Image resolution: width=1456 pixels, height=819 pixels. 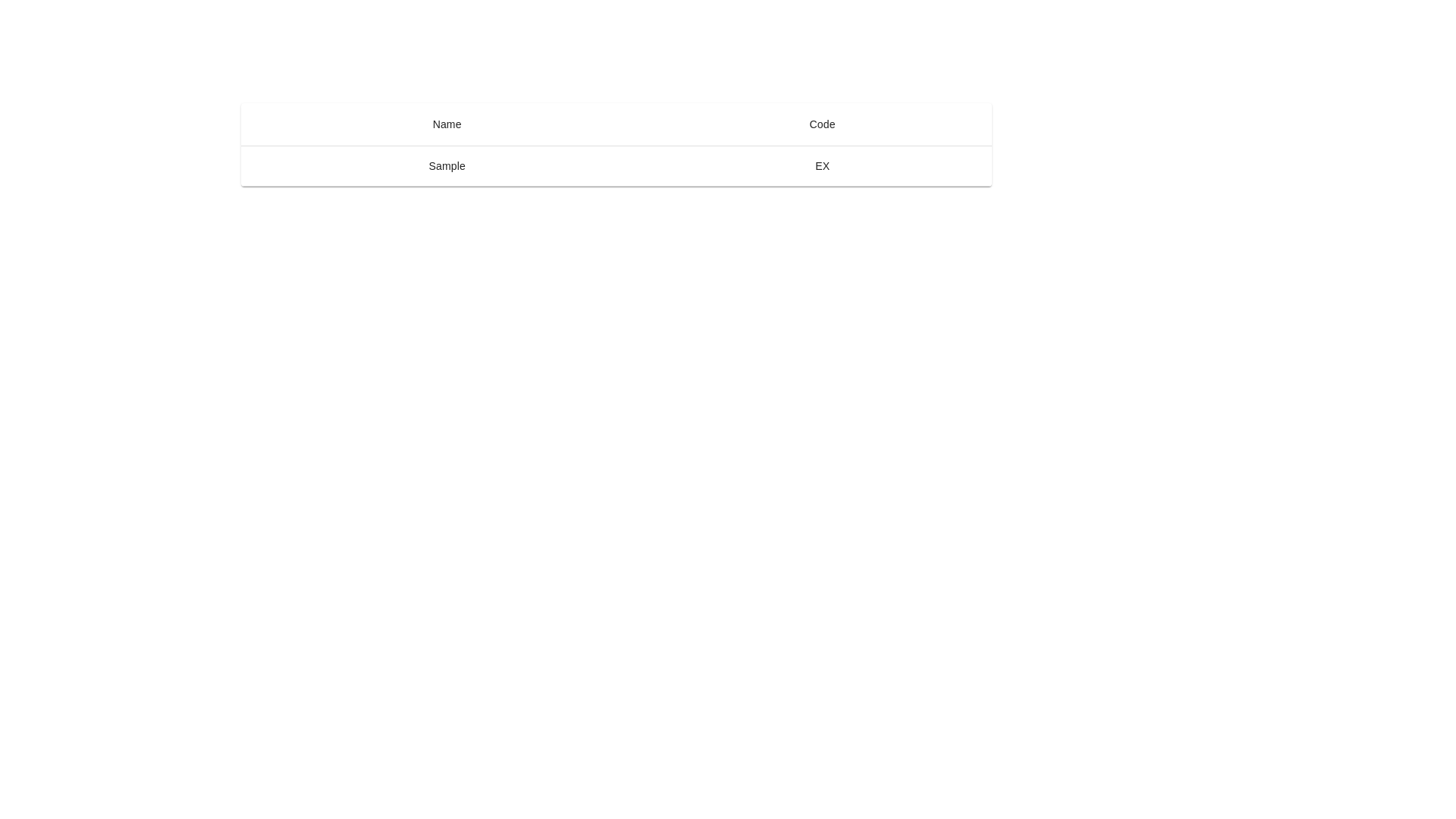 What do you see at coordinates (821, 166) in the screenshot?
I see `the table cell displaying the text 'EX', which is the second cell in the row, located to the right of the 'Sample' cell` at bounding box center [821, 166].